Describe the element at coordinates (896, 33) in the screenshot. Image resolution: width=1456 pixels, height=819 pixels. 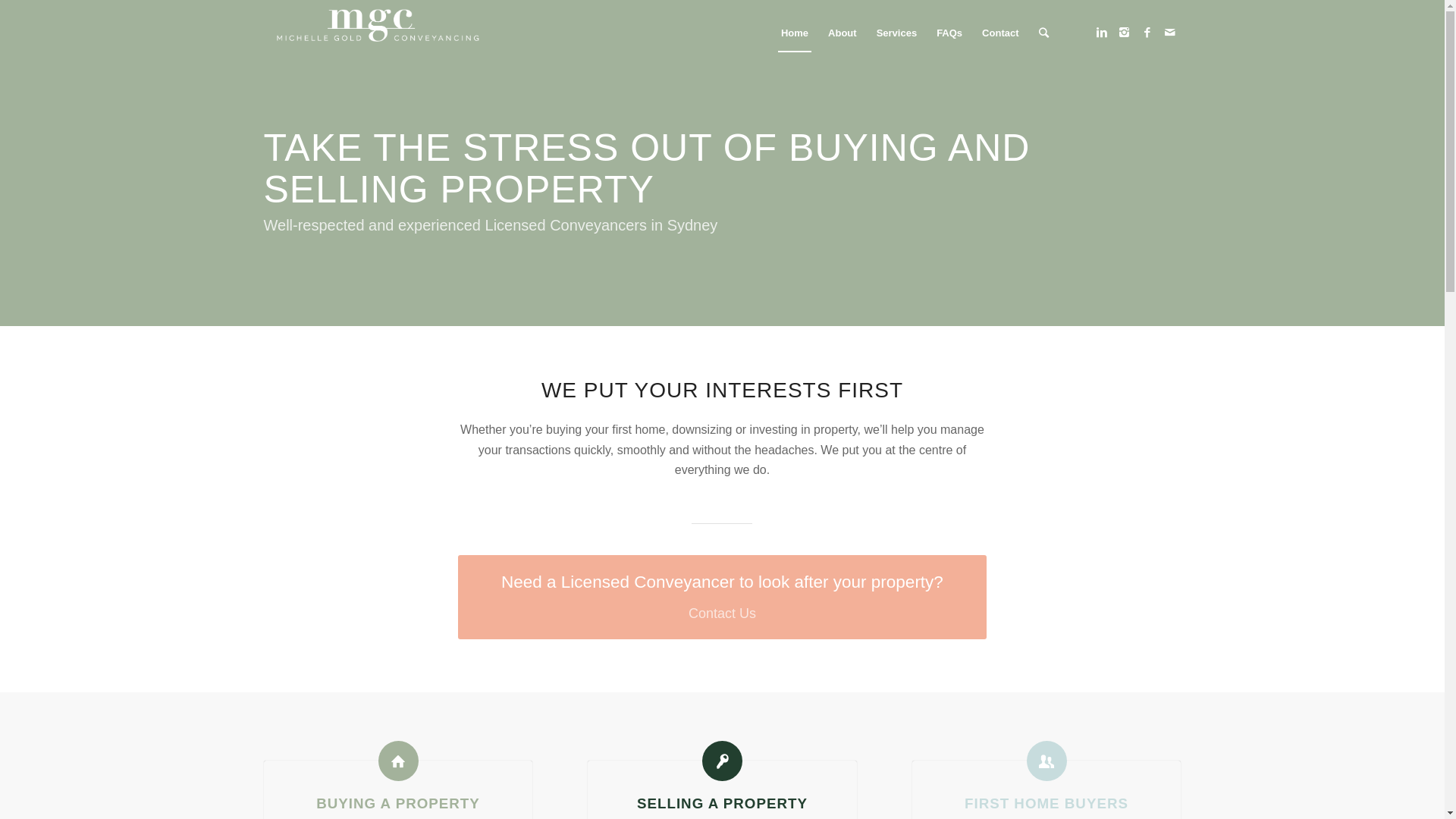
I see `'Services'` at that location.